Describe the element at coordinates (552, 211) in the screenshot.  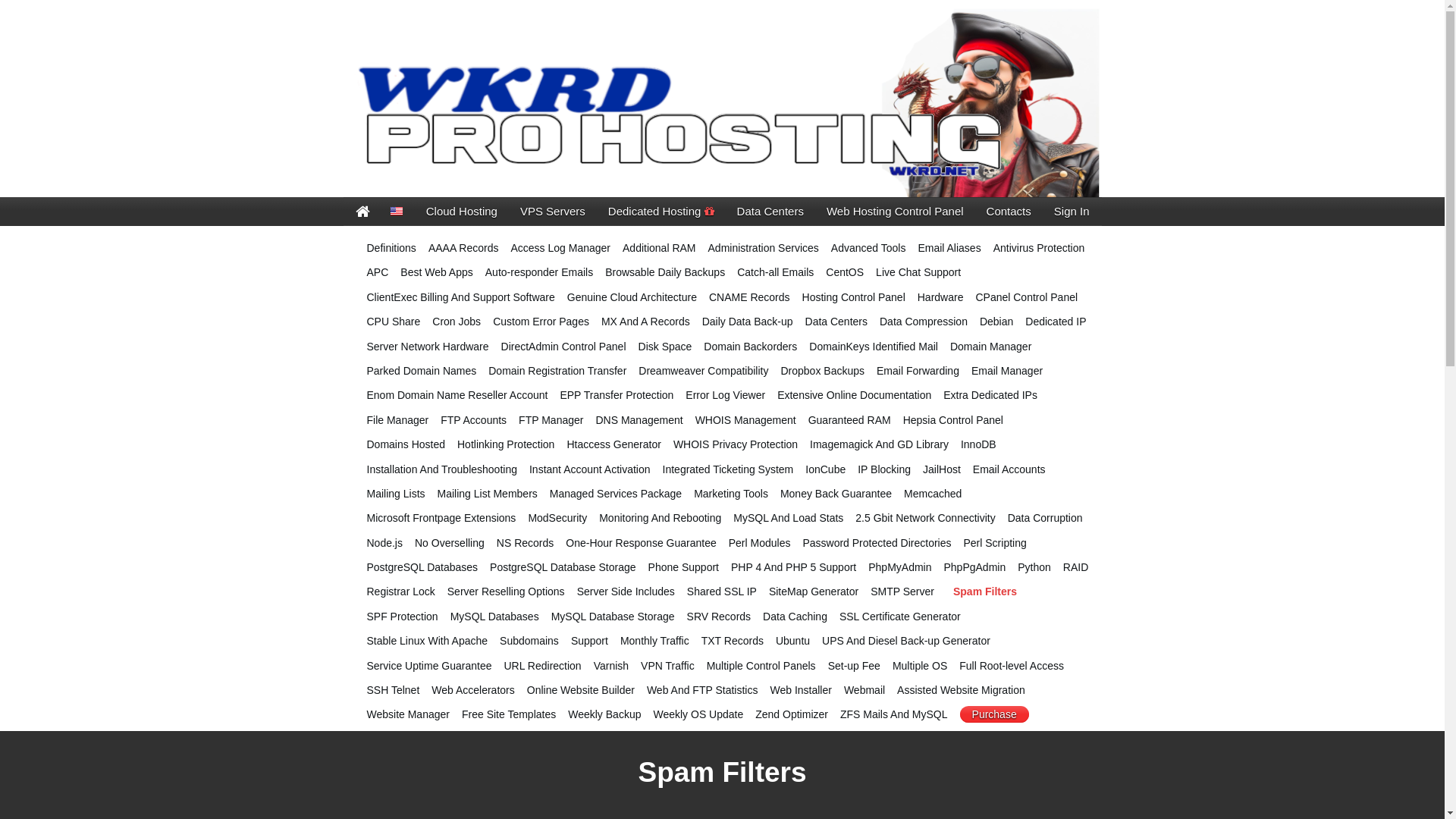
I see `'VPS Servers'` at that location.